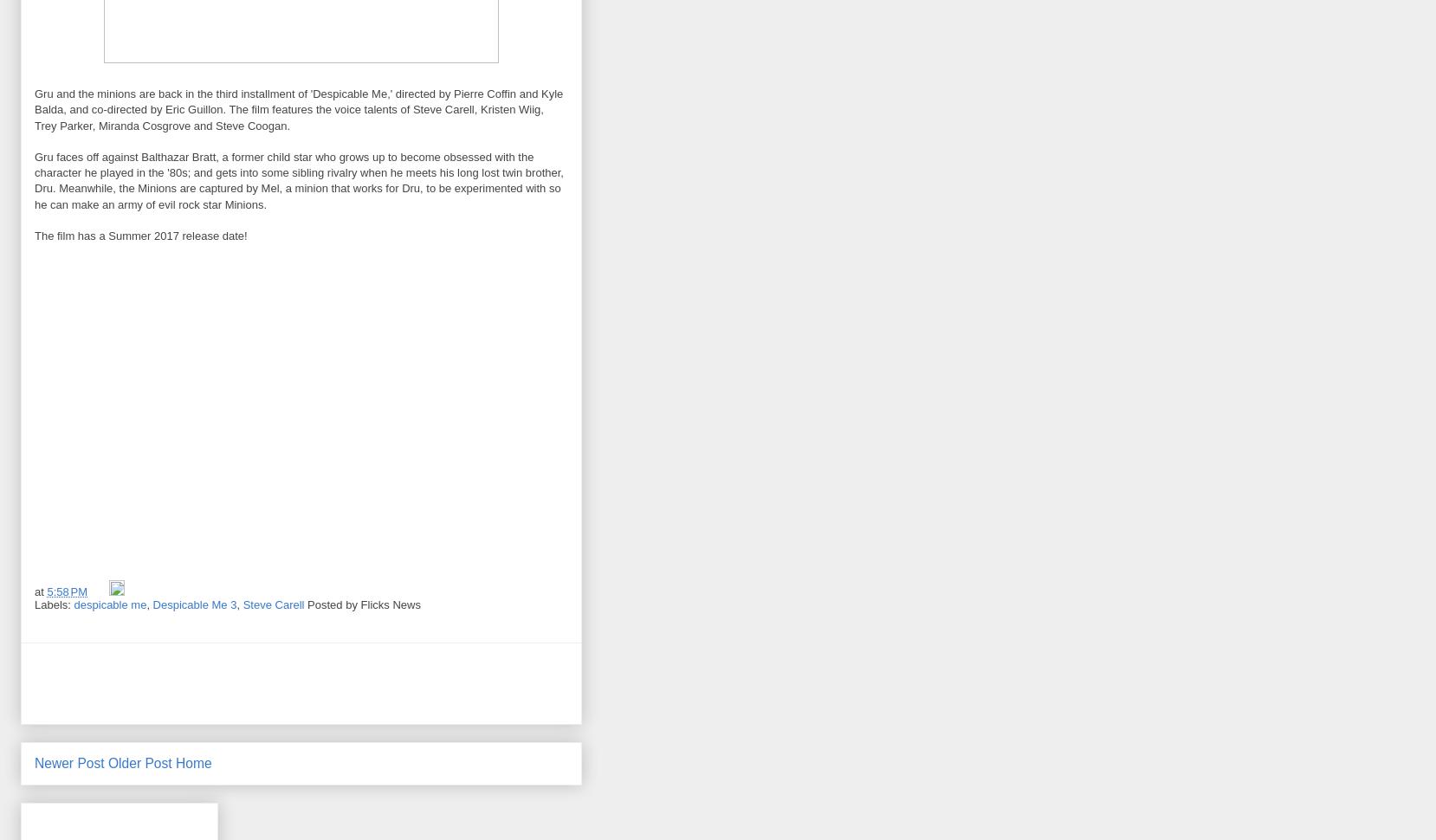 The width and height of the screenshot is (1436, 840). I want to click on 'Home', so click(193, 762).